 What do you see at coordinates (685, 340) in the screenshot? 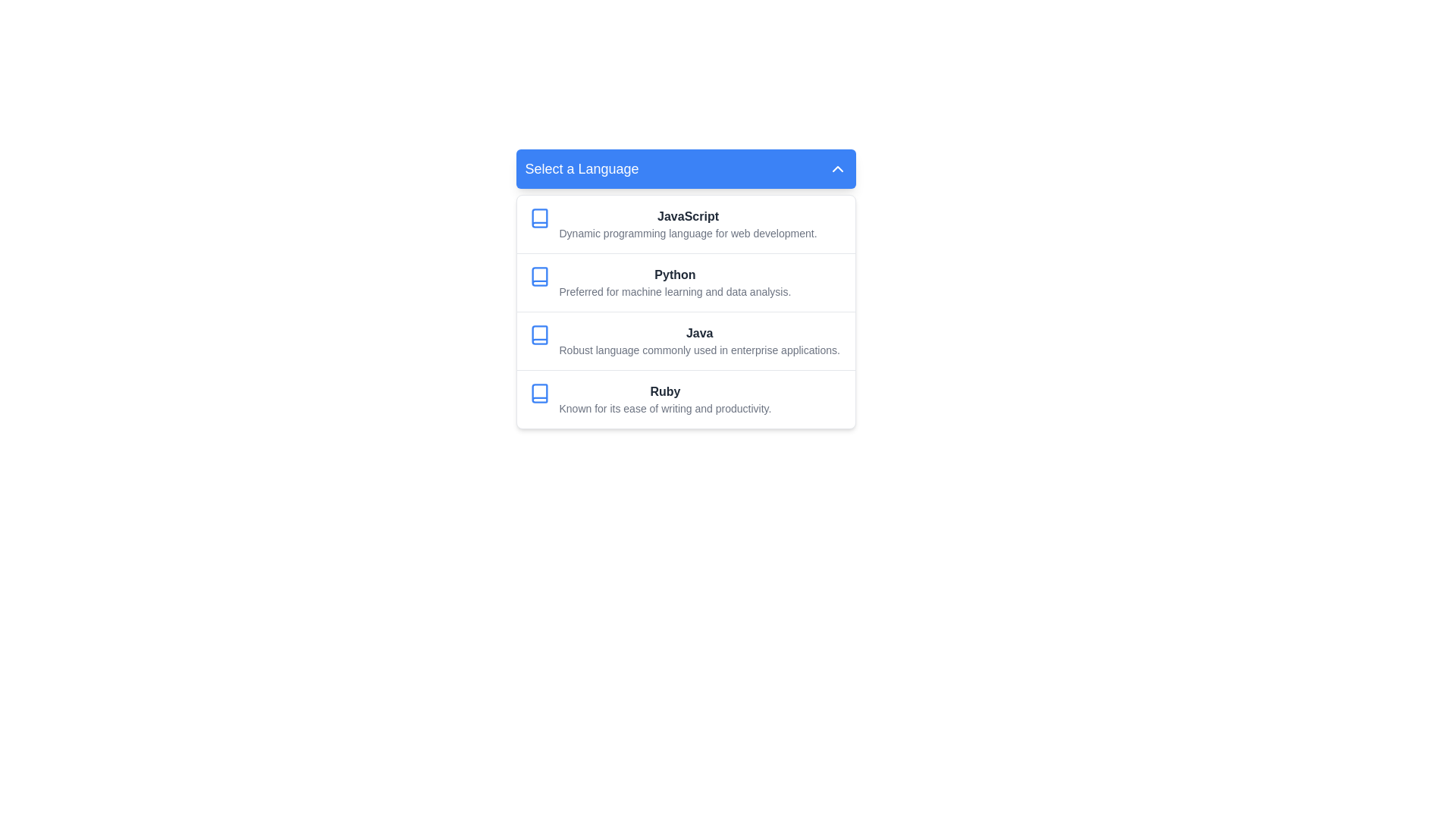
I see `the option list item displaying 'Java'` at bounding box center [685, 340].